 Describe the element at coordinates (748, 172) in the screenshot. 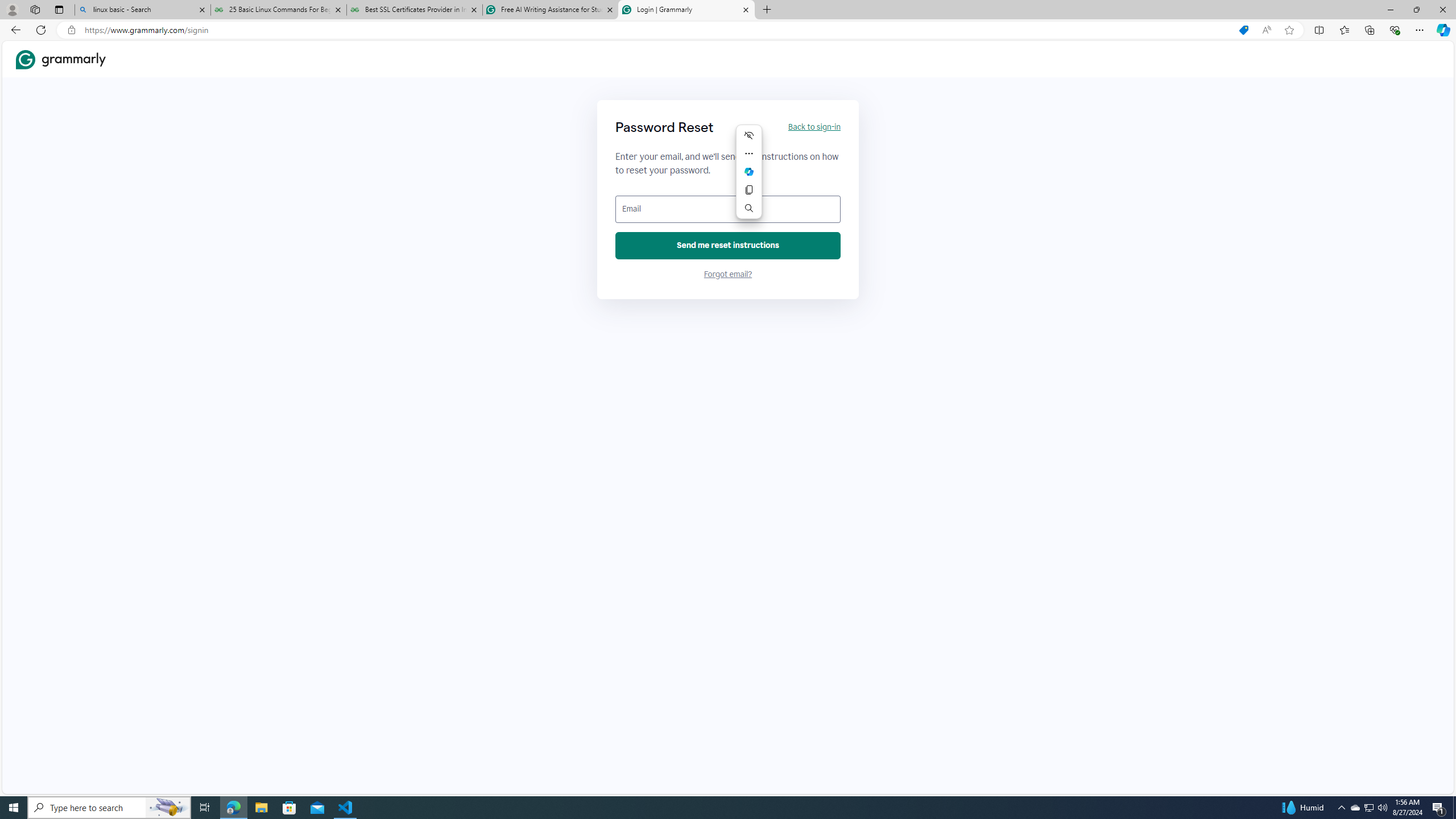

I see `'Ask Copilot'` at that location.